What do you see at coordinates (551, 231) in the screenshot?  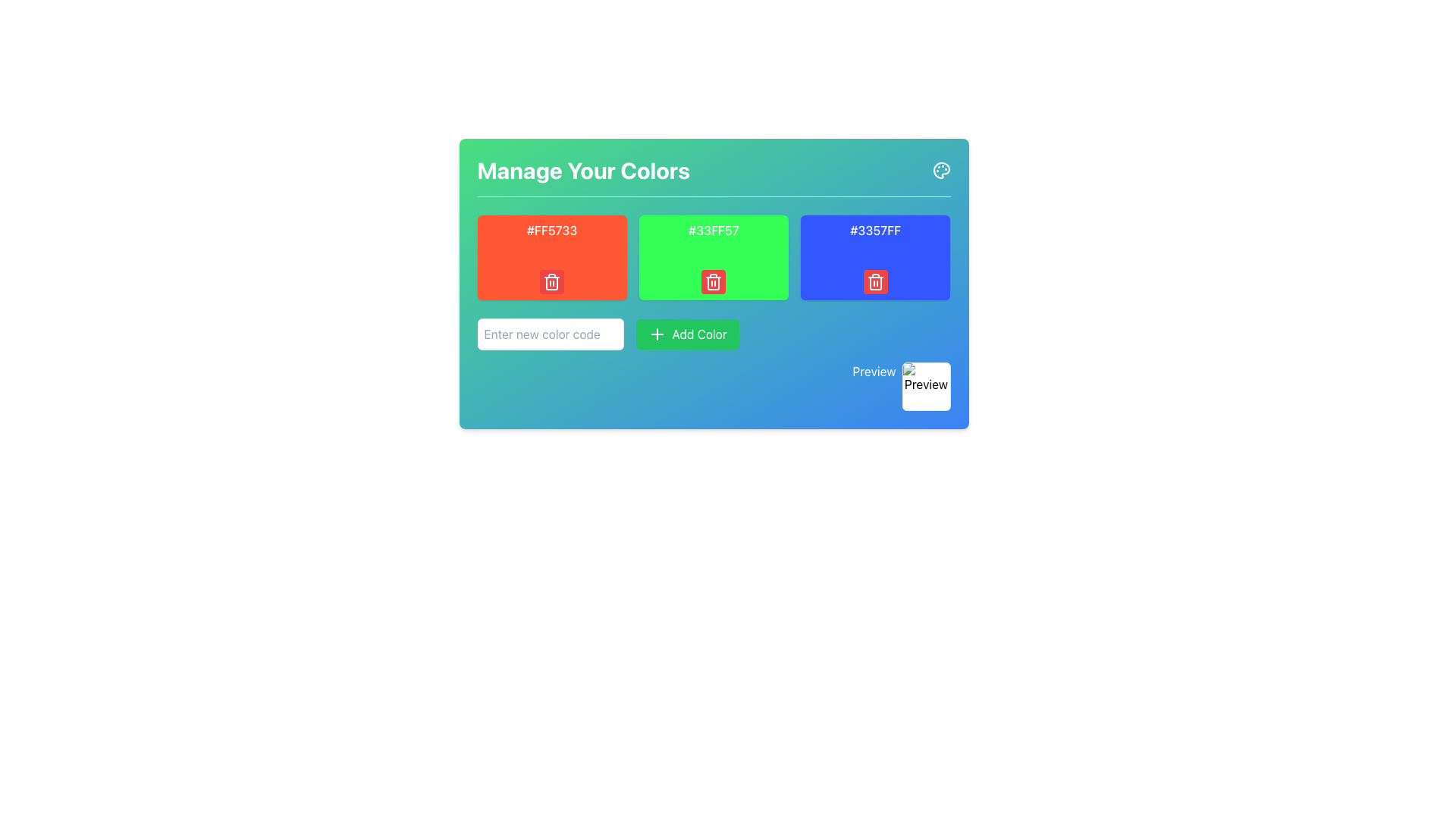 I see `text displayed in the color code element located in the first colored block from the left on the second row, under the title 'Manage Your Colors'` at bounding box center [551, 231].